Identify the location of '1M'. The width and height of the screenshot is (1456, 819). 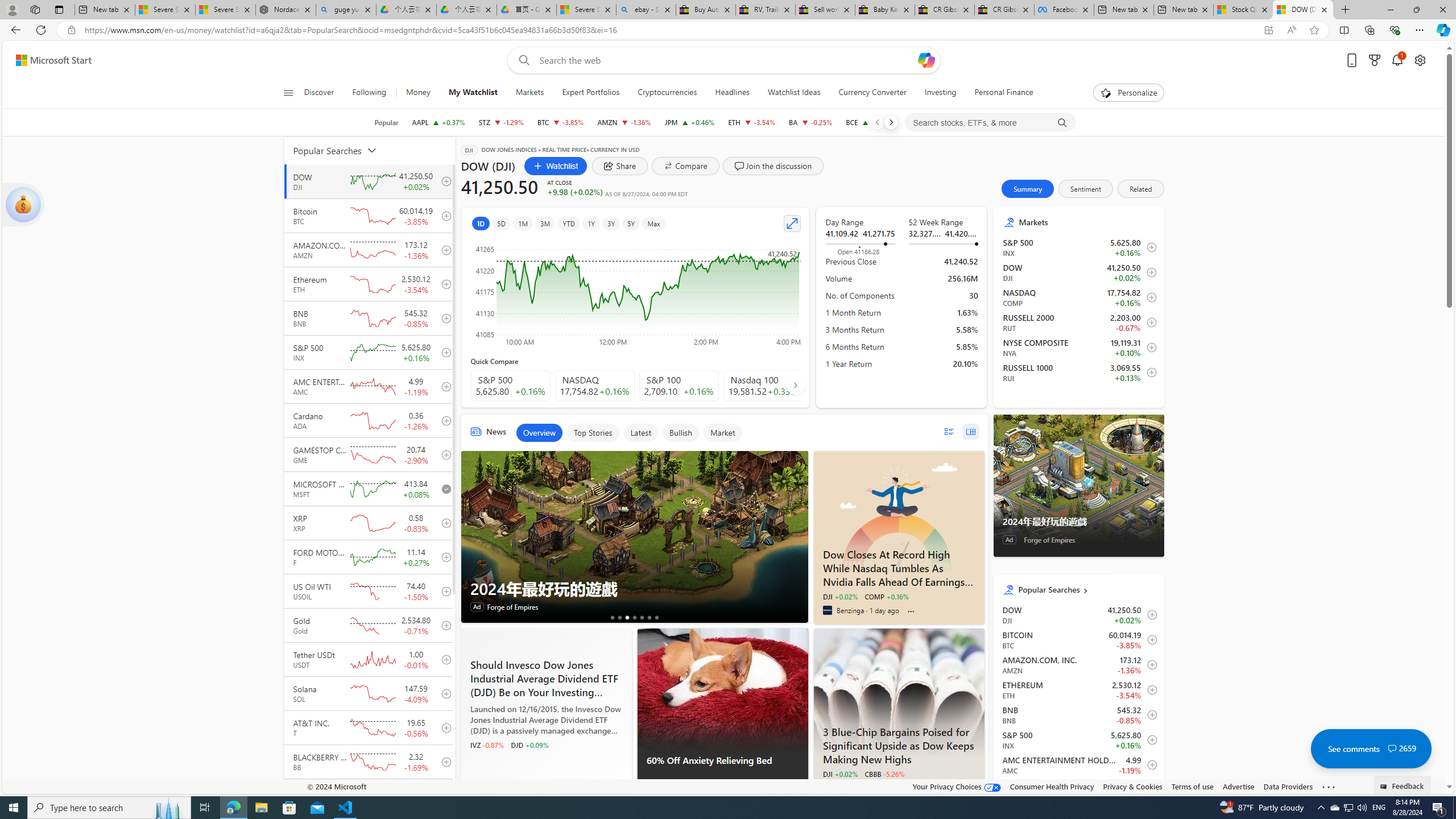
(522, 223).